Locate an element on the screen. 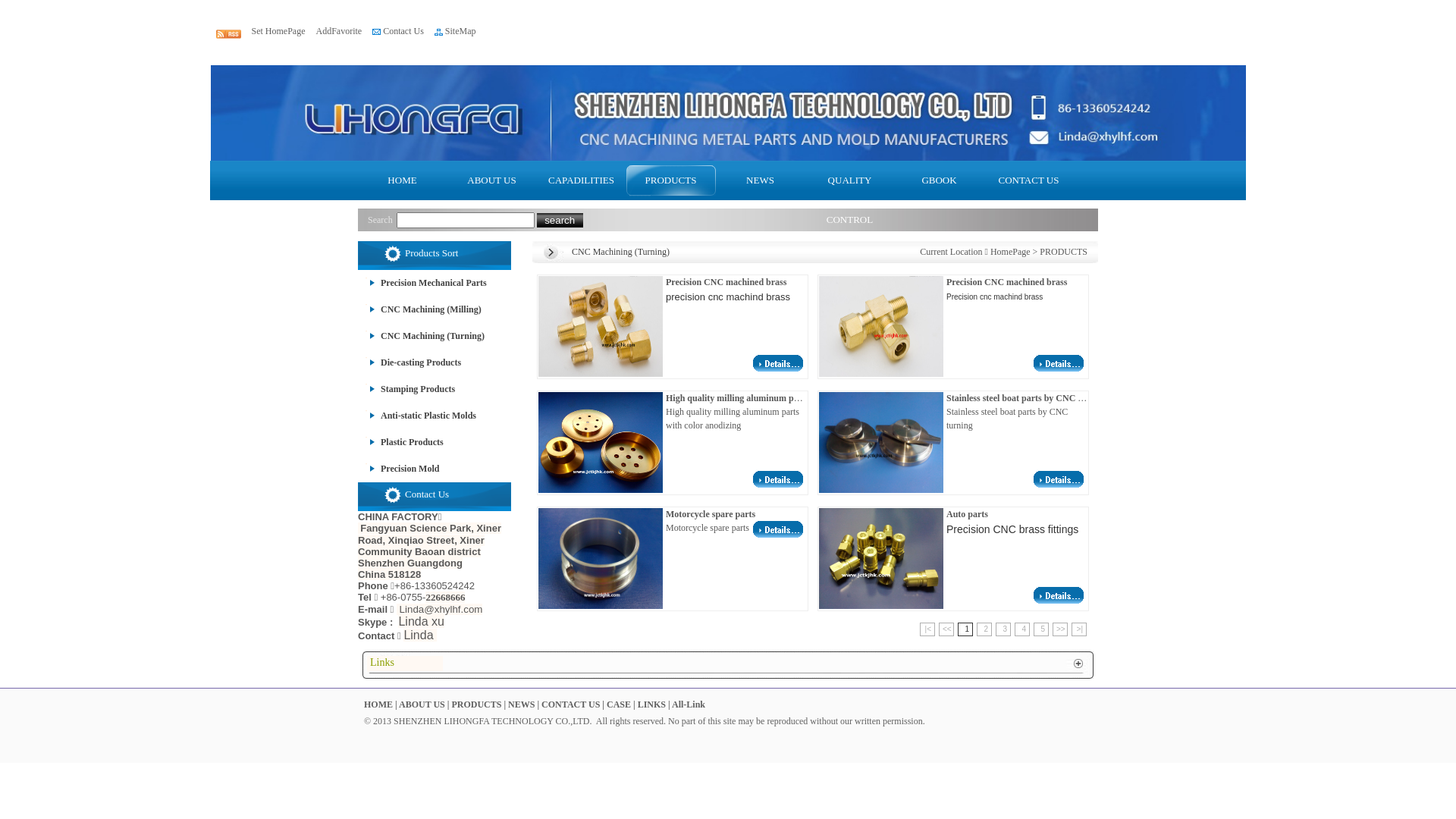 The image size is (1456, 819). 'All-Link' is located at coordinates (671, 704).